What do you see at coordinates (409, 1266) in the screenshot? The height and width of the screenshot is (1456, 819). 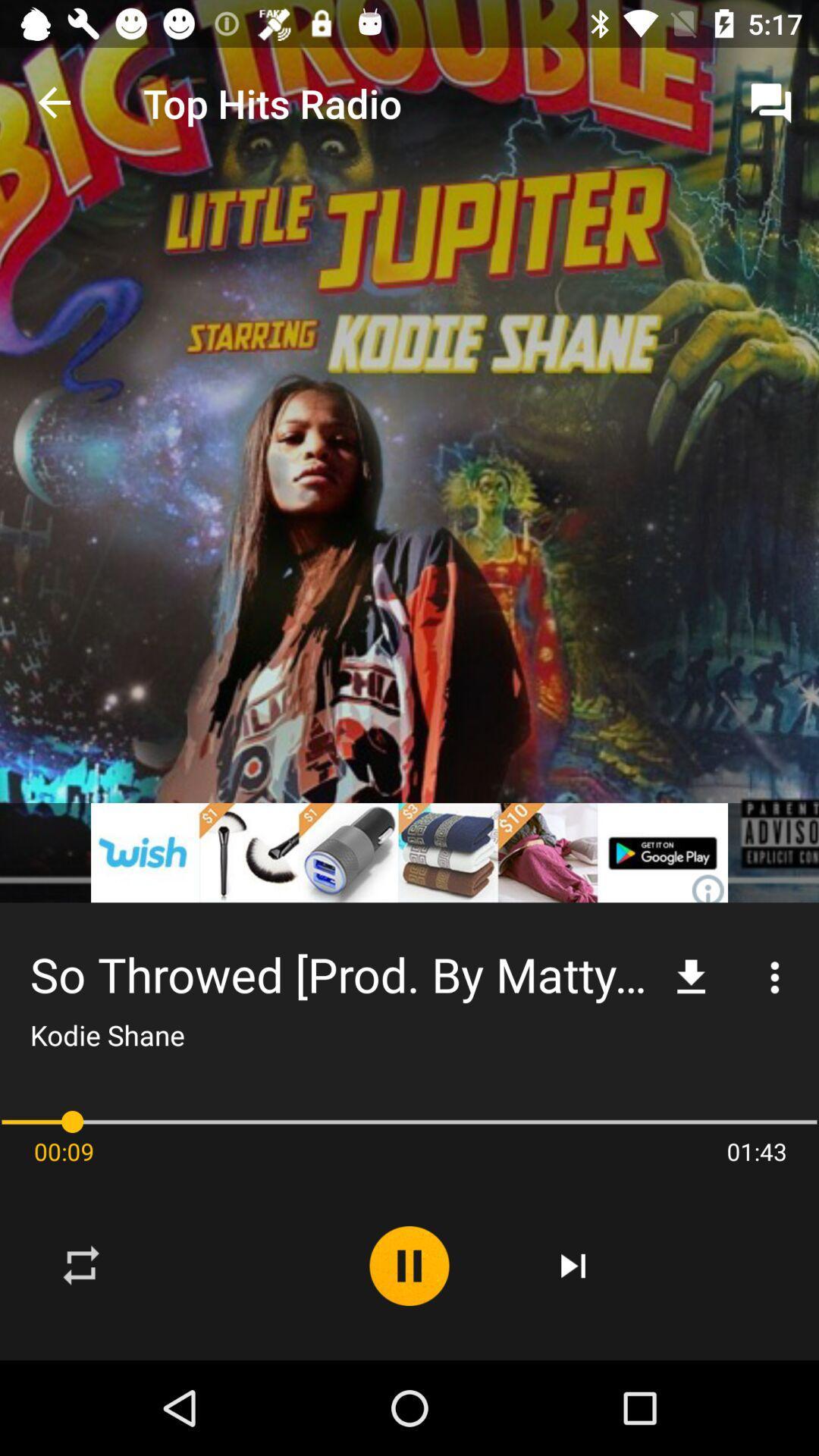 I see `the pause icon` at bounding box center [409, 1266].